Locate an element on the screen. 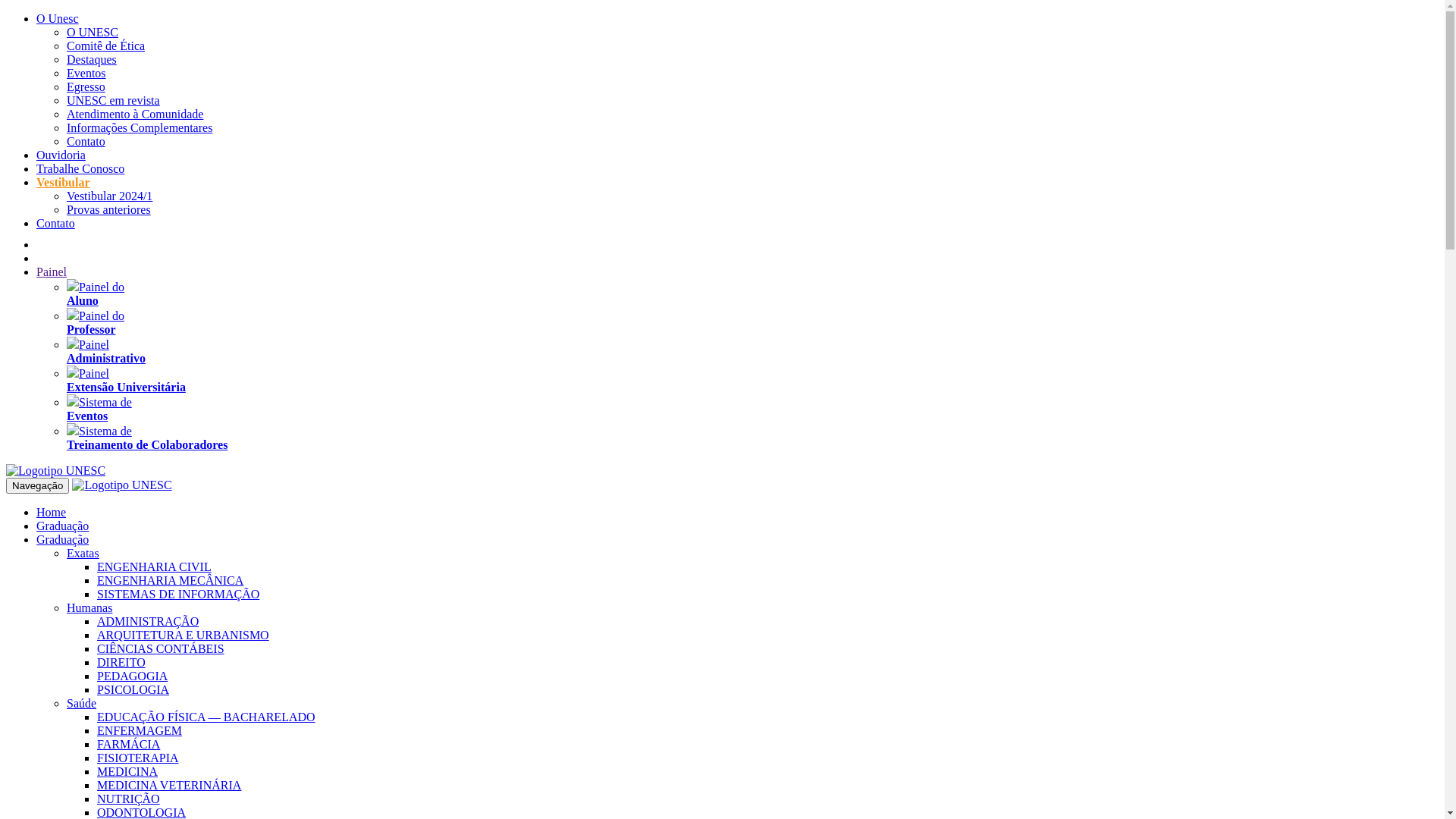 The image size is (1456, 819). 'Painel do is located at coordinates (65, 322).